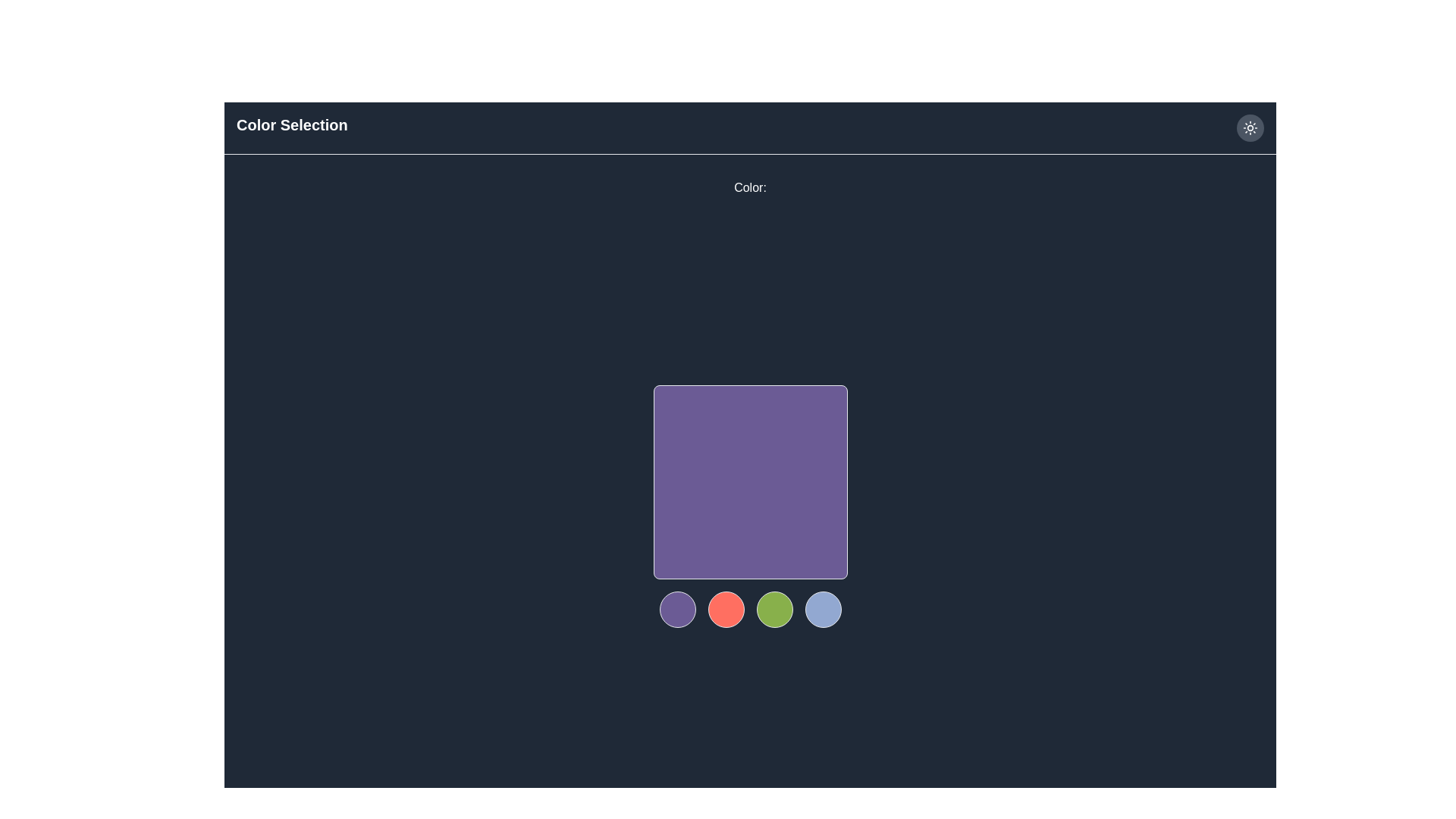  I want to click on the second circle from the left in a horizontal row of four circles, located underneath a large purple square, so click(715, 608).